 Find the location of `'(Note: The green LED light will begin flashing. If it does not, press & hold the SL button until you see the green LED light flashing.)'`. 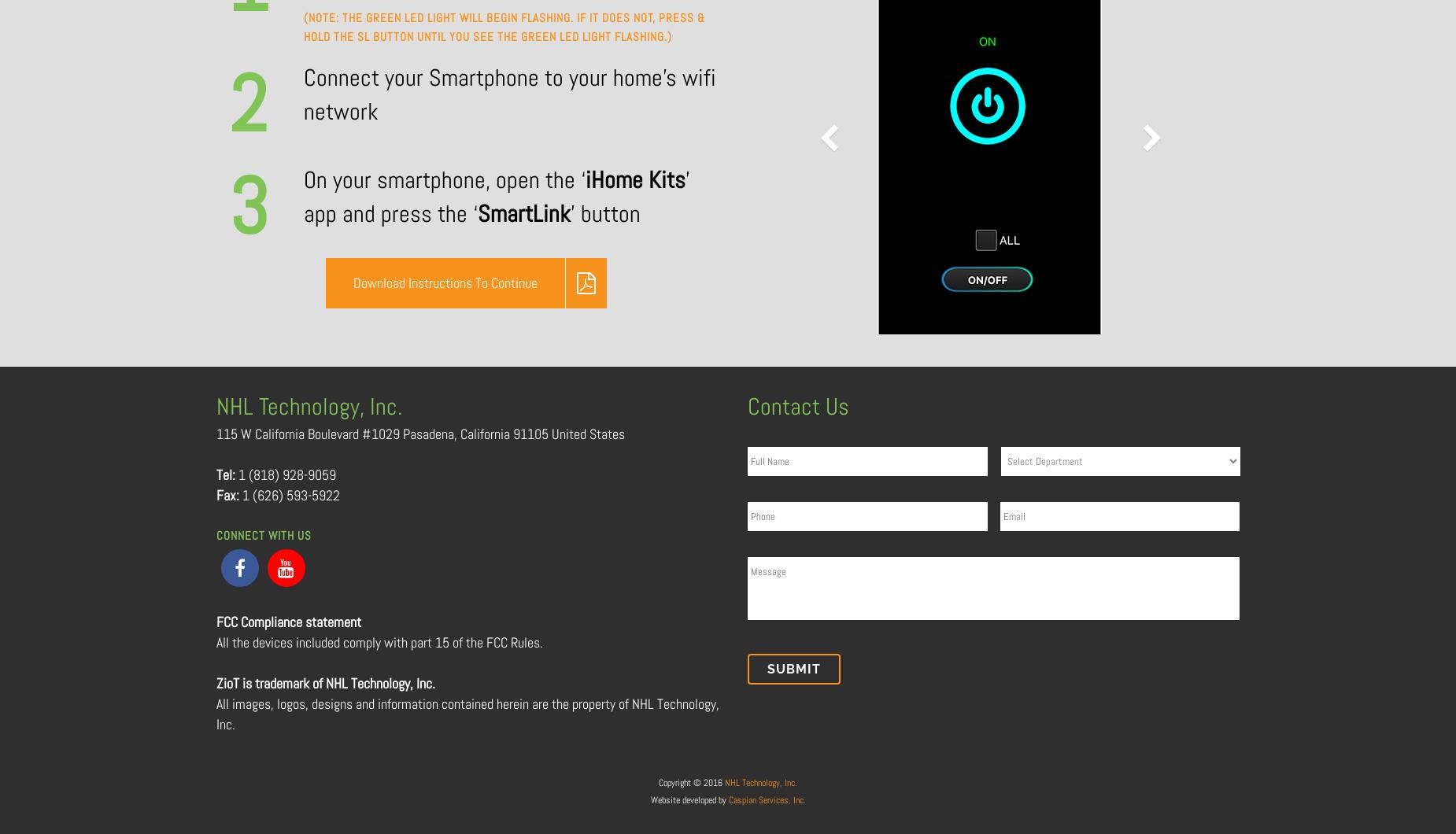

'(Note: The green LED light will begin flashing. If it does not, press & hold the SL button until you see the green LED light flashing.)' is located at coordinates (503, 27).